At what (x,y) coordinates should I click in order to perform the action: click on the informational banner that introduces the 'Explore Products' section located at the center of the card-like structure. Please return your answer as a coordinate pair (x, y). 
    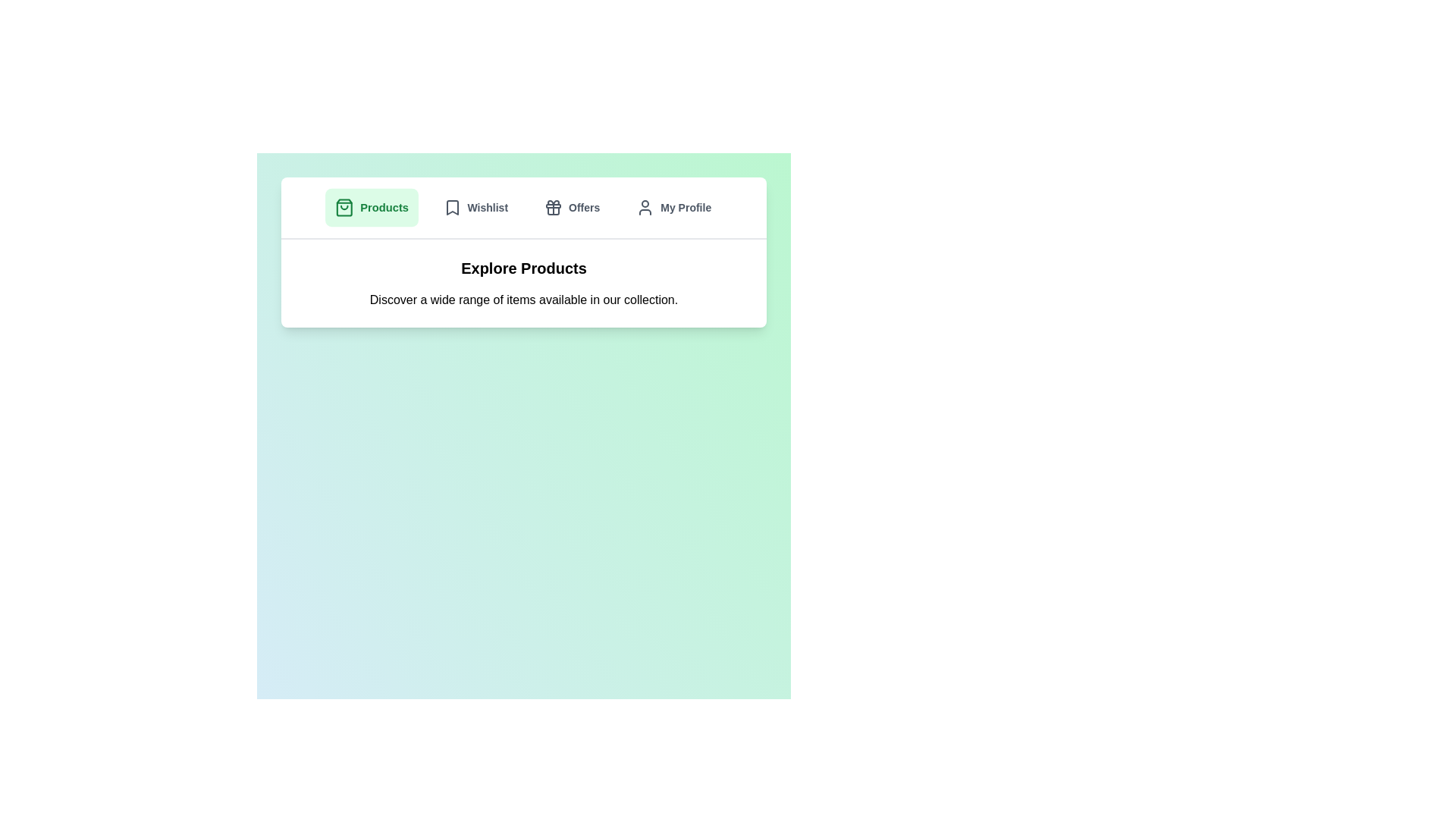
    Looking at the image, I should click on (524, 284).